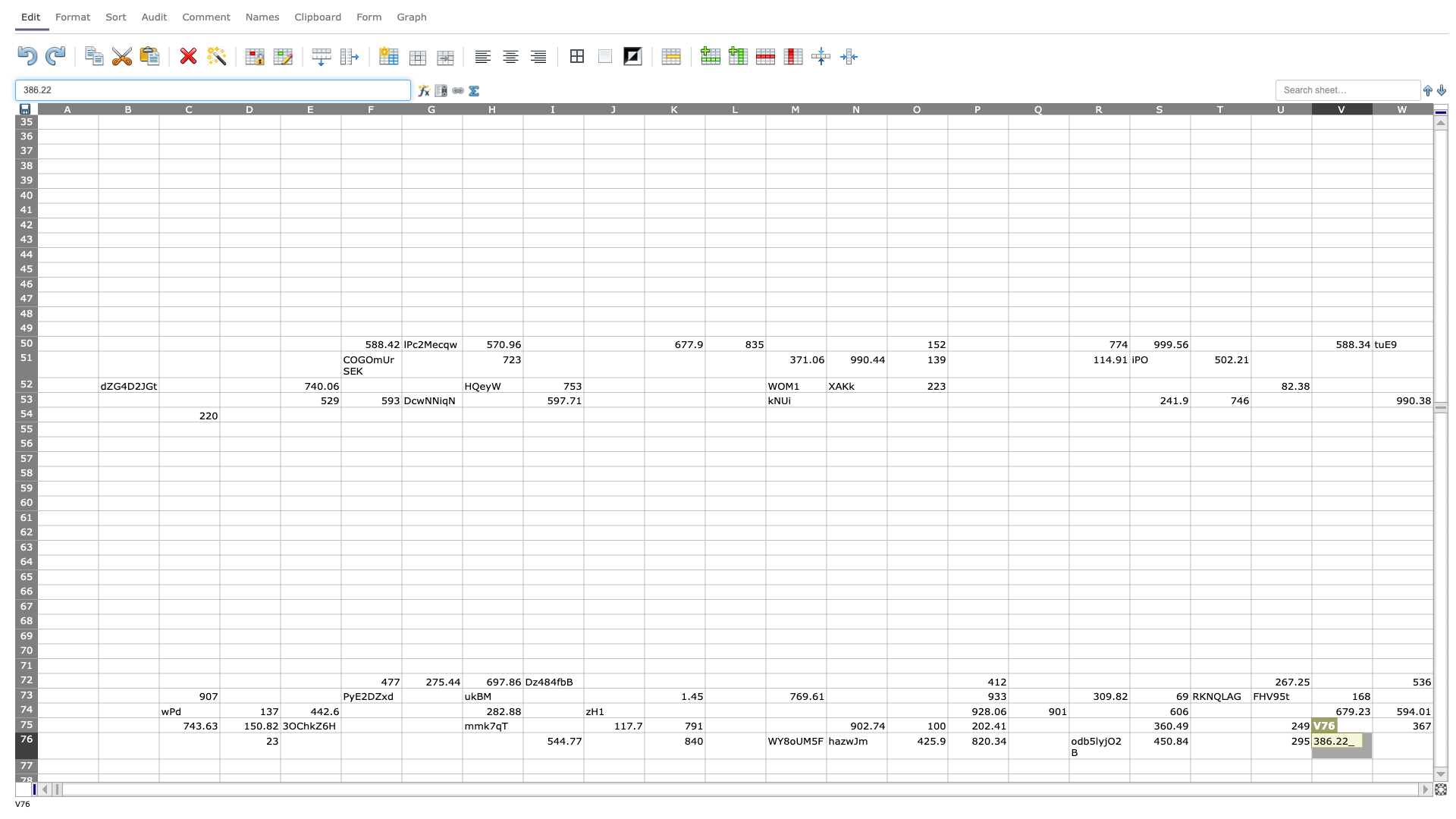  What do you see at coordinates (1372, 731) in the screenshot?
I see `top left corner of cell W76` at bounding box center [1372, 731].